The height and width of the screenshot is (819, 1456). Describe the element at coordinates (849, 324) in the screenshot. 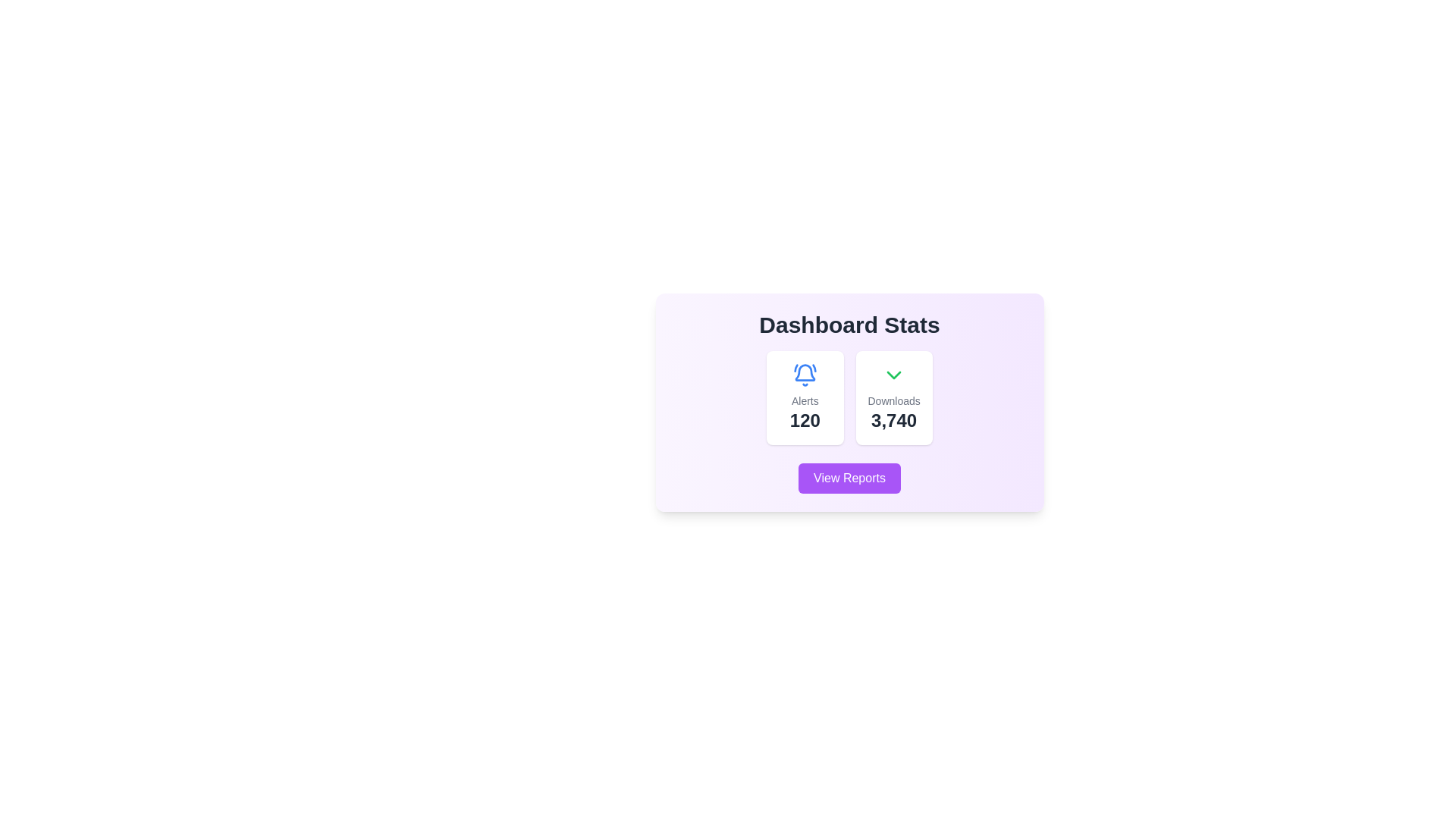

I see `the title text label at the top of the dashboard card, which summarizes the information displayed within the card` at that location.